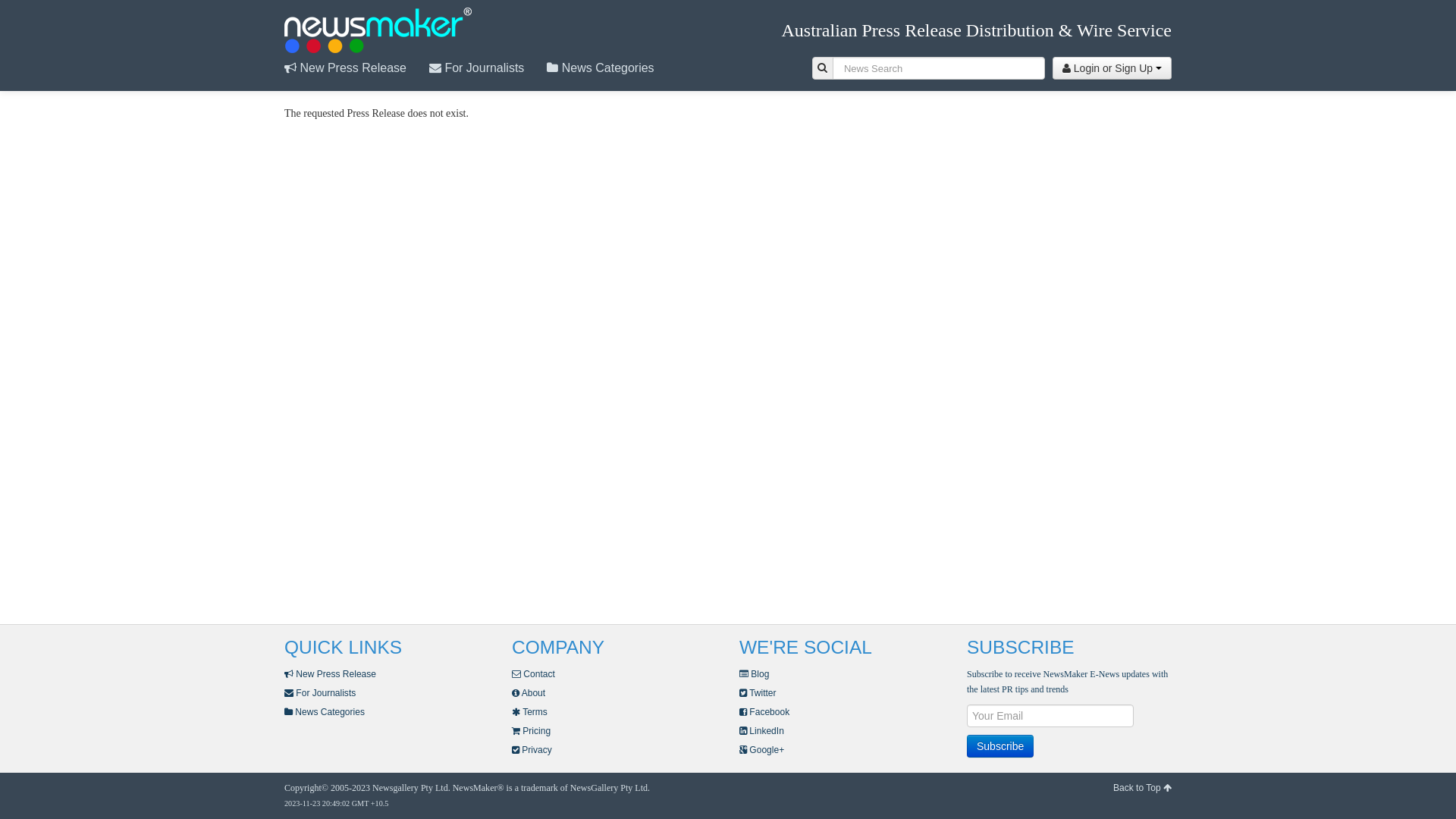 The height and width of the screenshot is (819, 1456). I want to click on 'Google+', so click(761, 748).